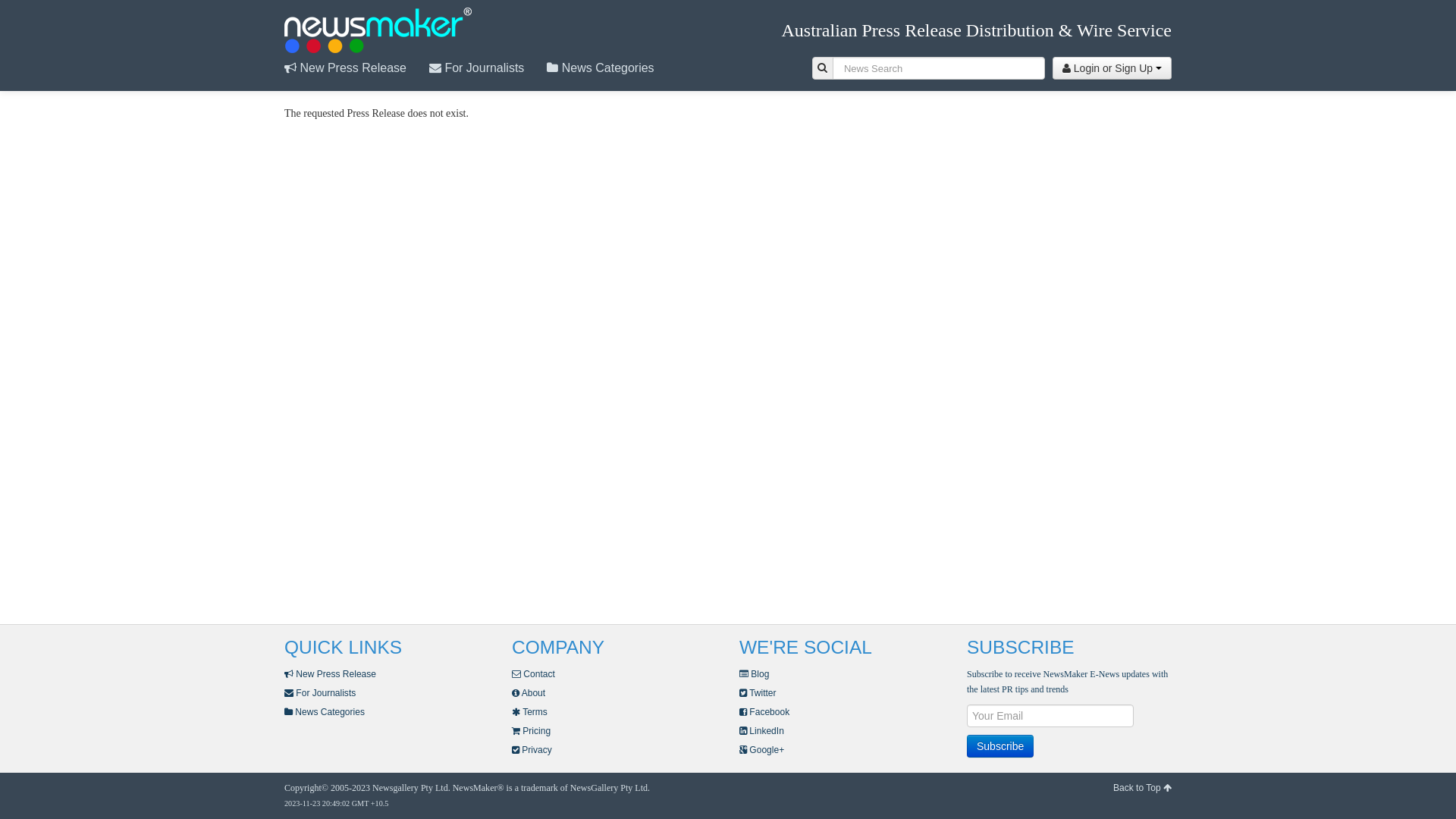 The height and width of the screenshot is (819, 1456). I want to click on 'Google+', so click(761, 748).